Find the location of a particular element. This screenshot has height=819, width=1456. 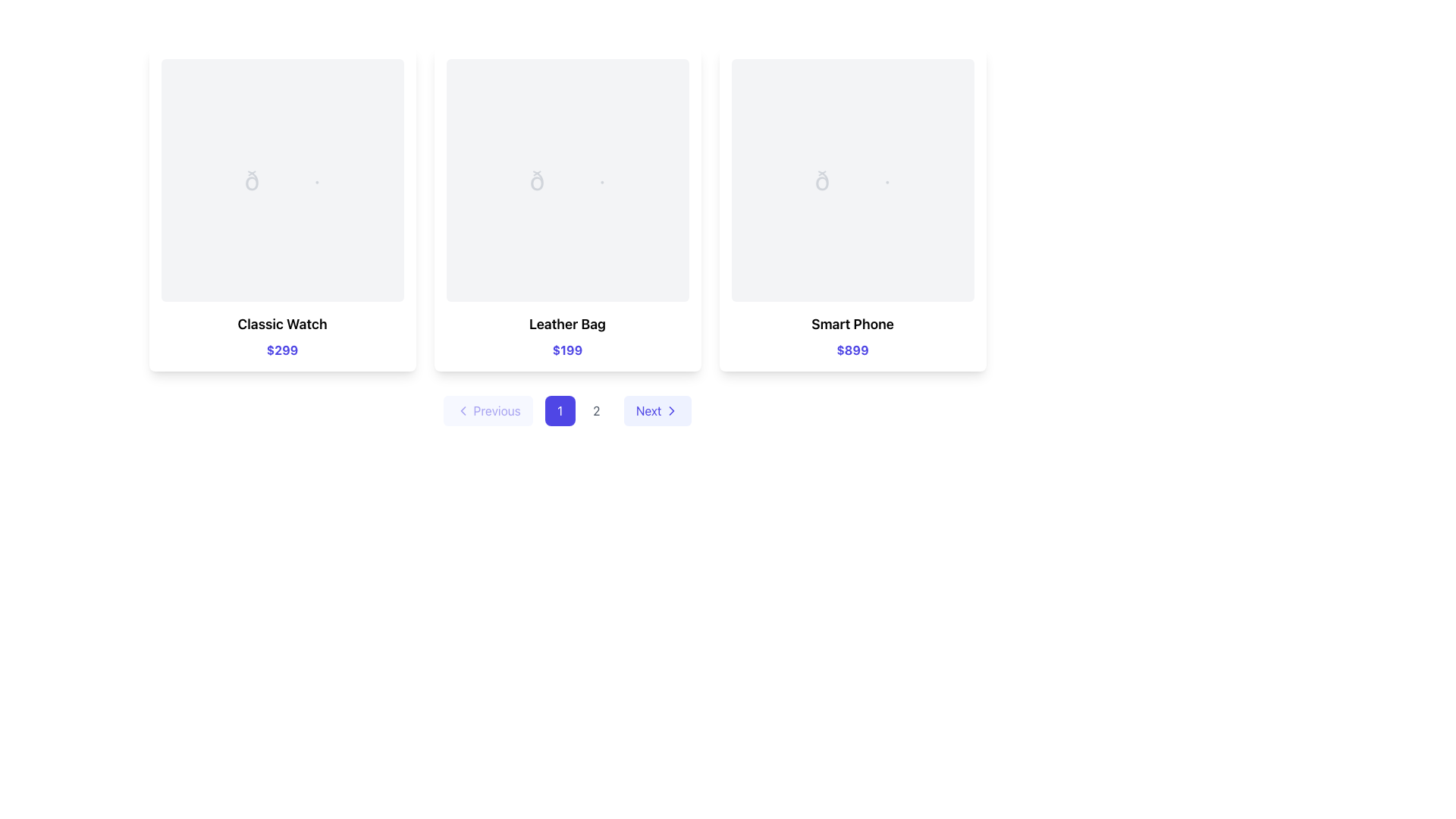

the content of the text element displaying the price '$199' in bold indigo font, located below the 'Leather Bag' label in the second product card from the left is located at coordinates (566, 350).